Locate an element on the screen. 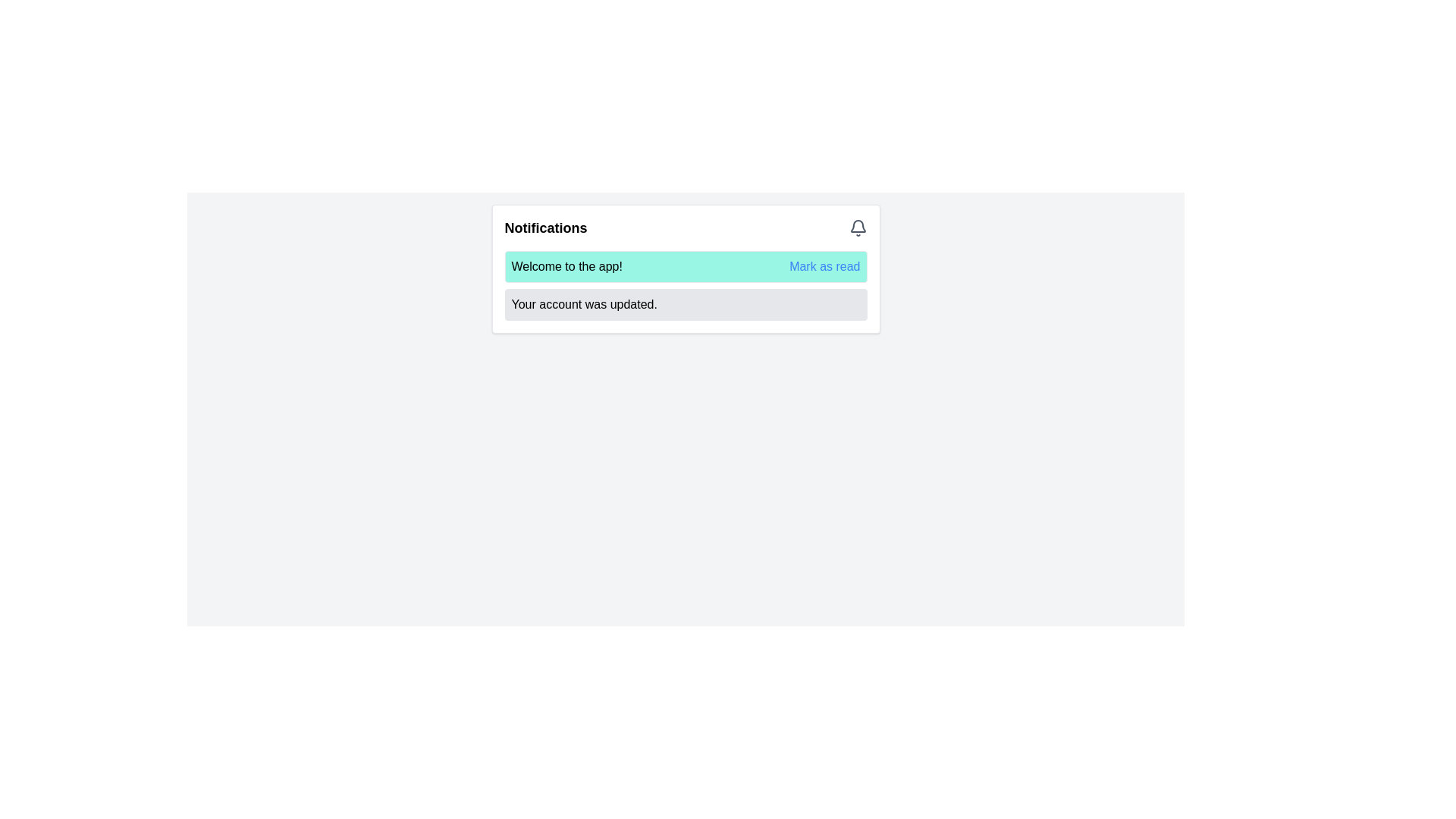 This screenshot has width=1456, height=819. the Text Label that reads 'Welcome to the app!', which is styled in bold and located within a teal background notification bar is located at coordinates (566, 265).